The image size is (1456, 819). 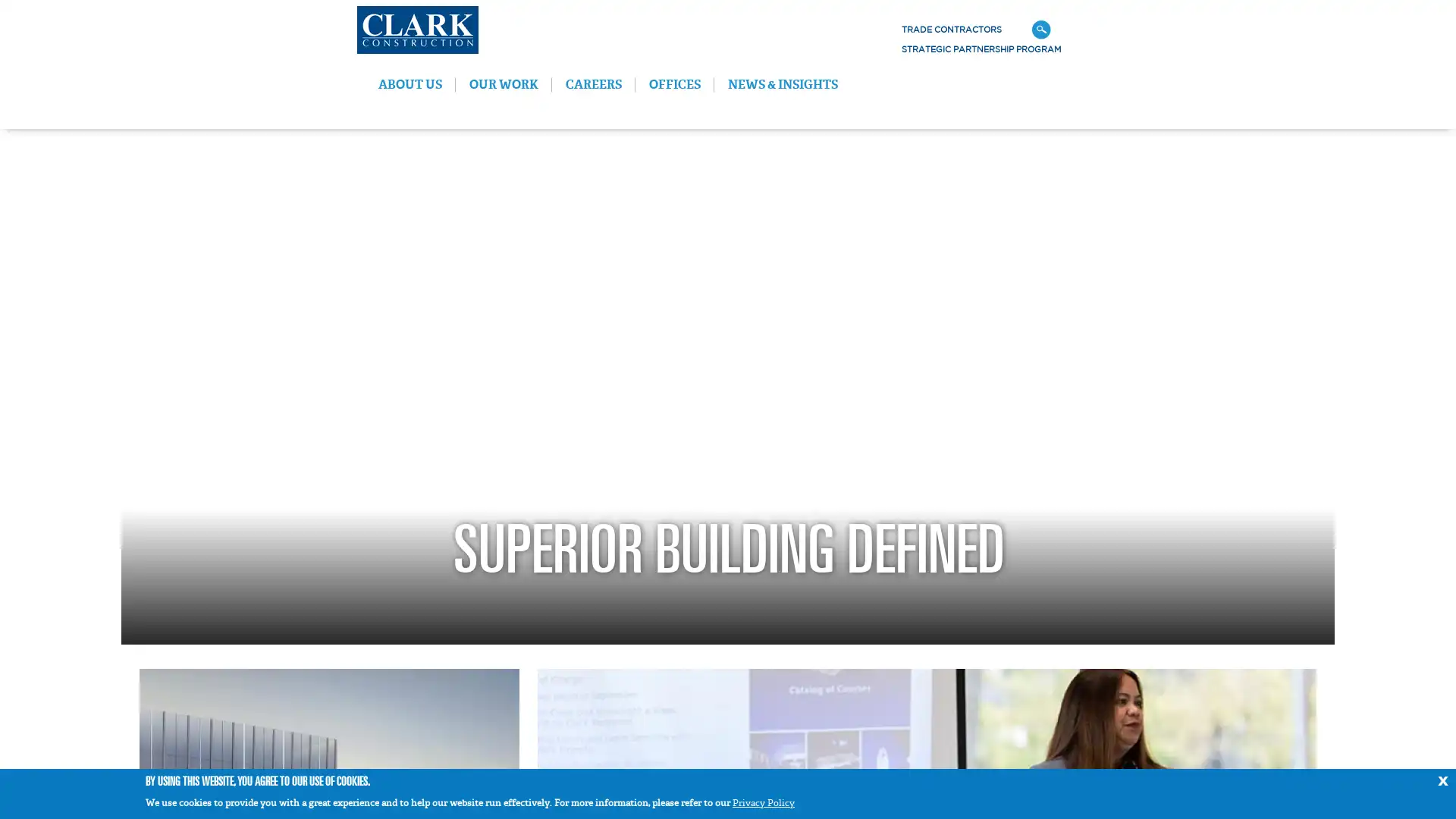 What do you see at coordinates (764, 802) in the screenshot?
I see `Privacy Policy` at bounding box center [764, 802].